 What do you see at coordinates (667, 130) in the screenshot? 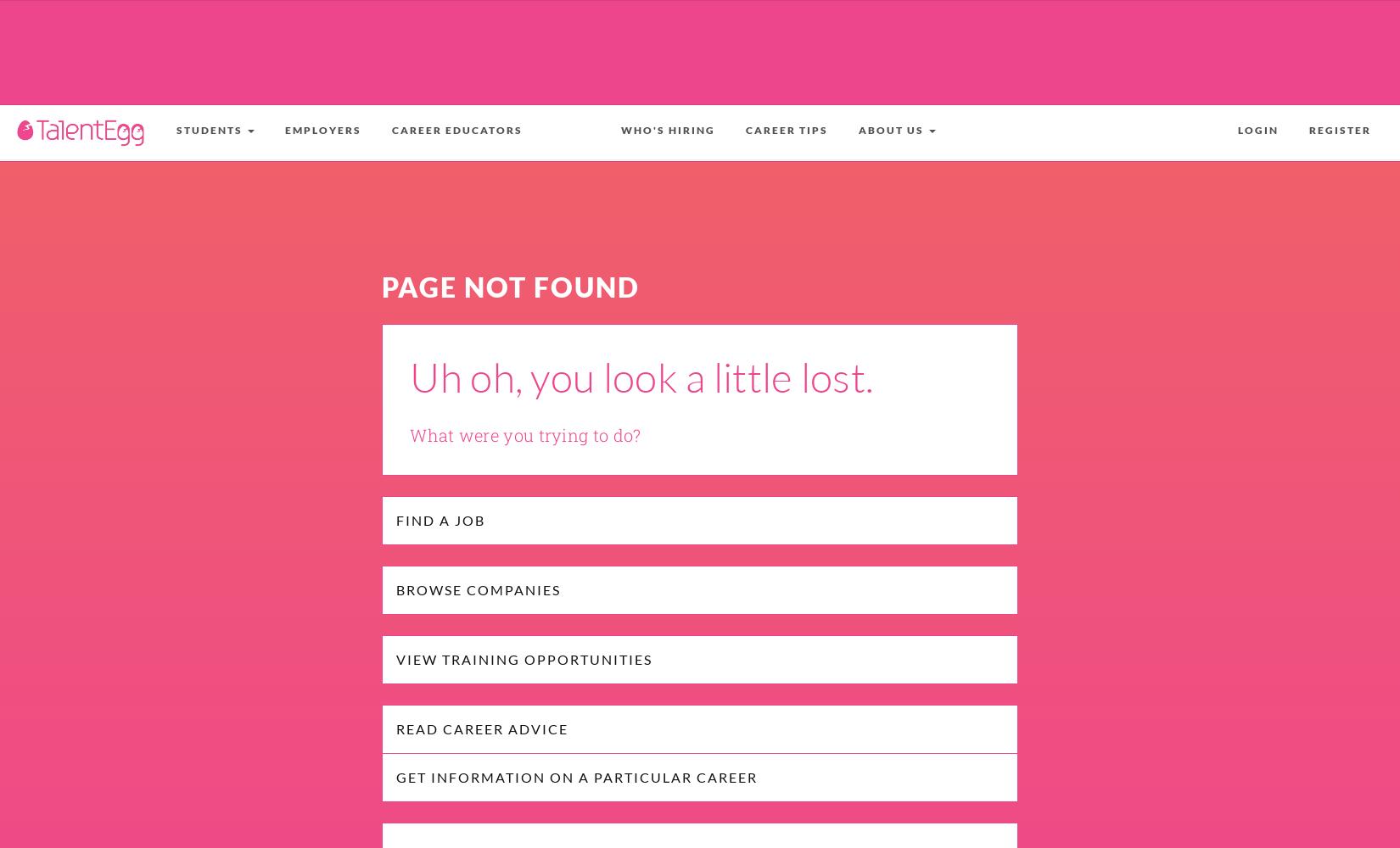
I see `'Who's Hiring'` at bounding box center [667, 130].